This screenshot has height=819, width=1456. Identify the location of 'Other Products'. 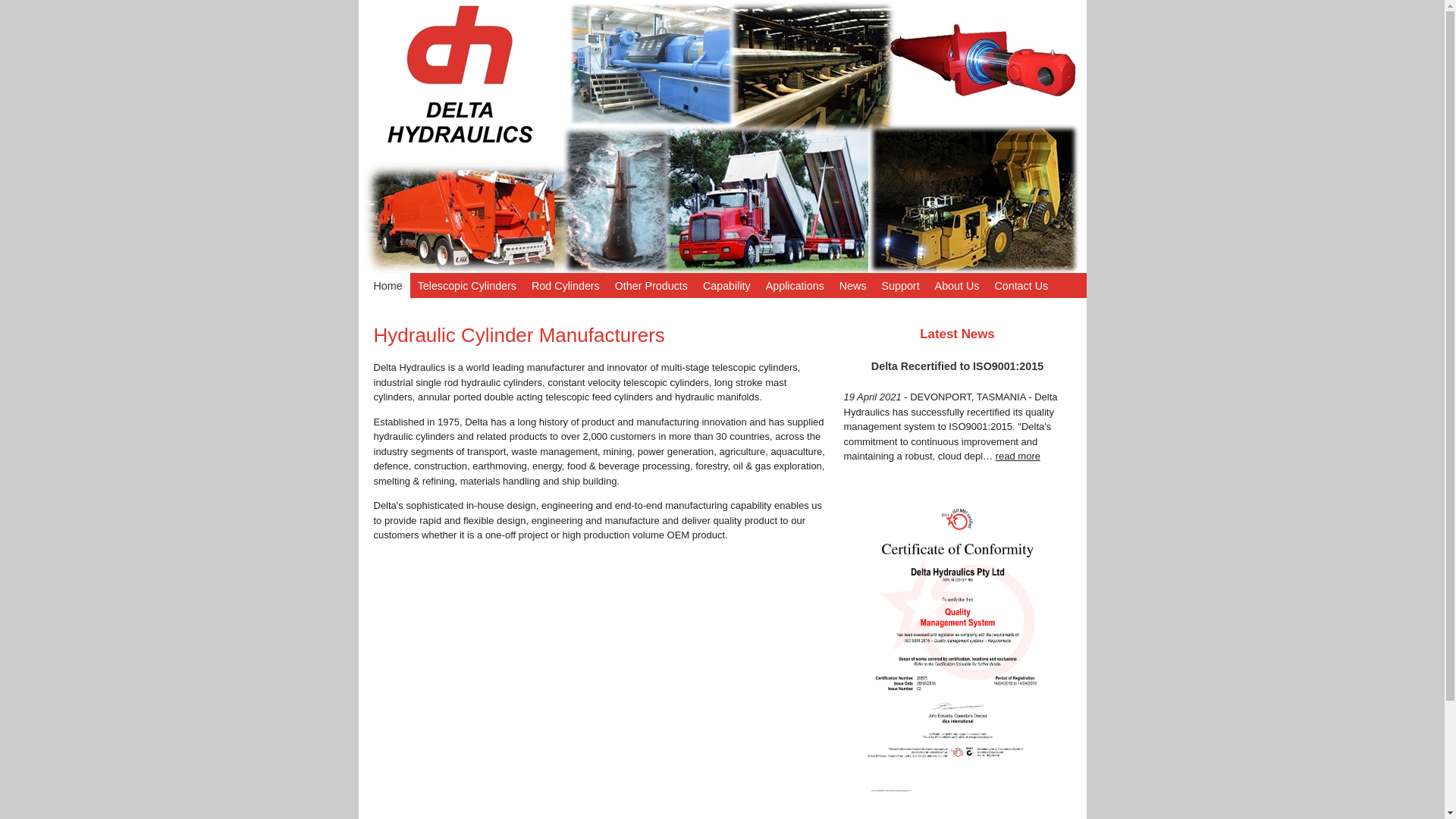
(607, 285).